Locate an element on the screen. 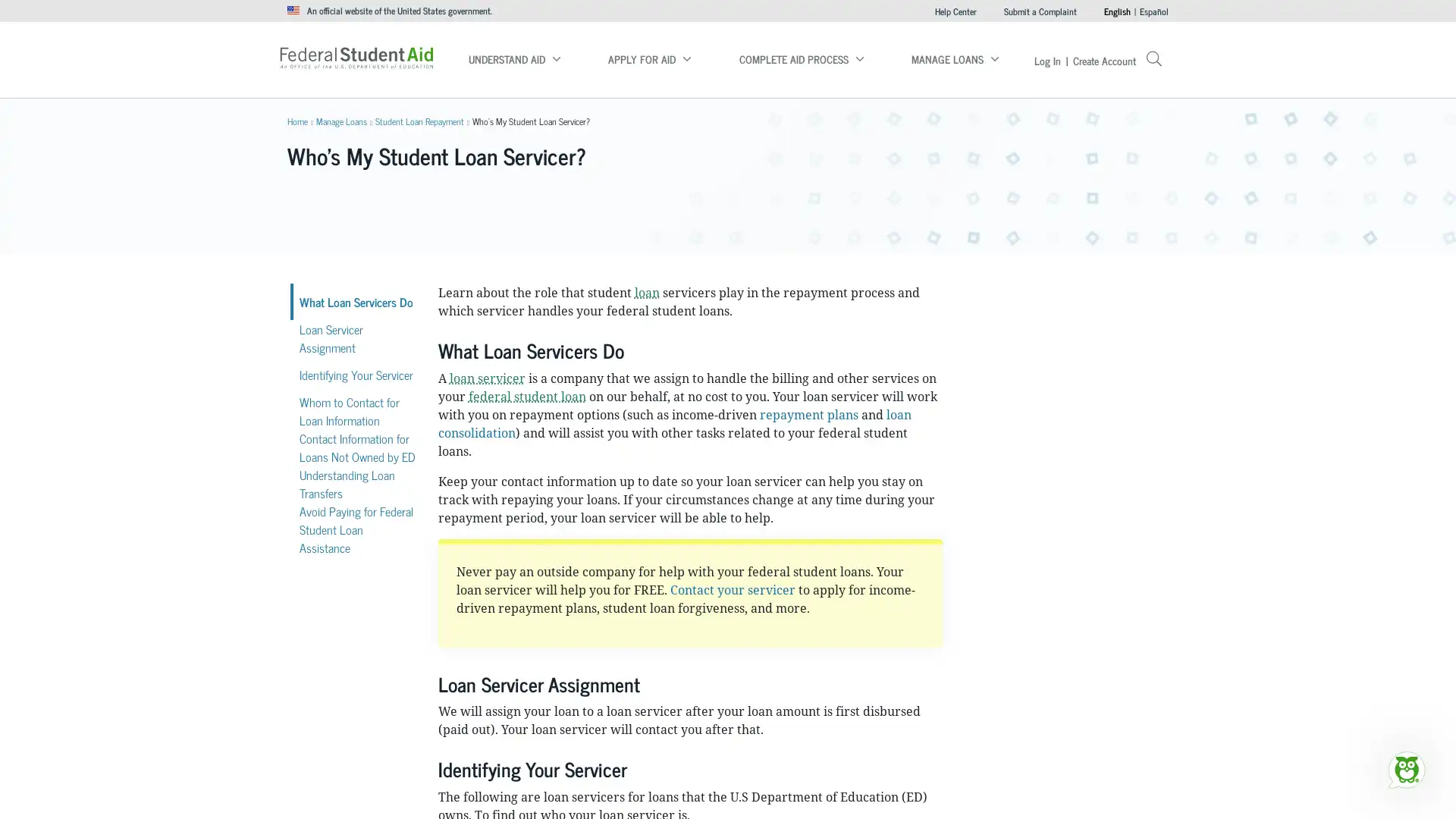  Espanol is located at coordinates (1153, 11).